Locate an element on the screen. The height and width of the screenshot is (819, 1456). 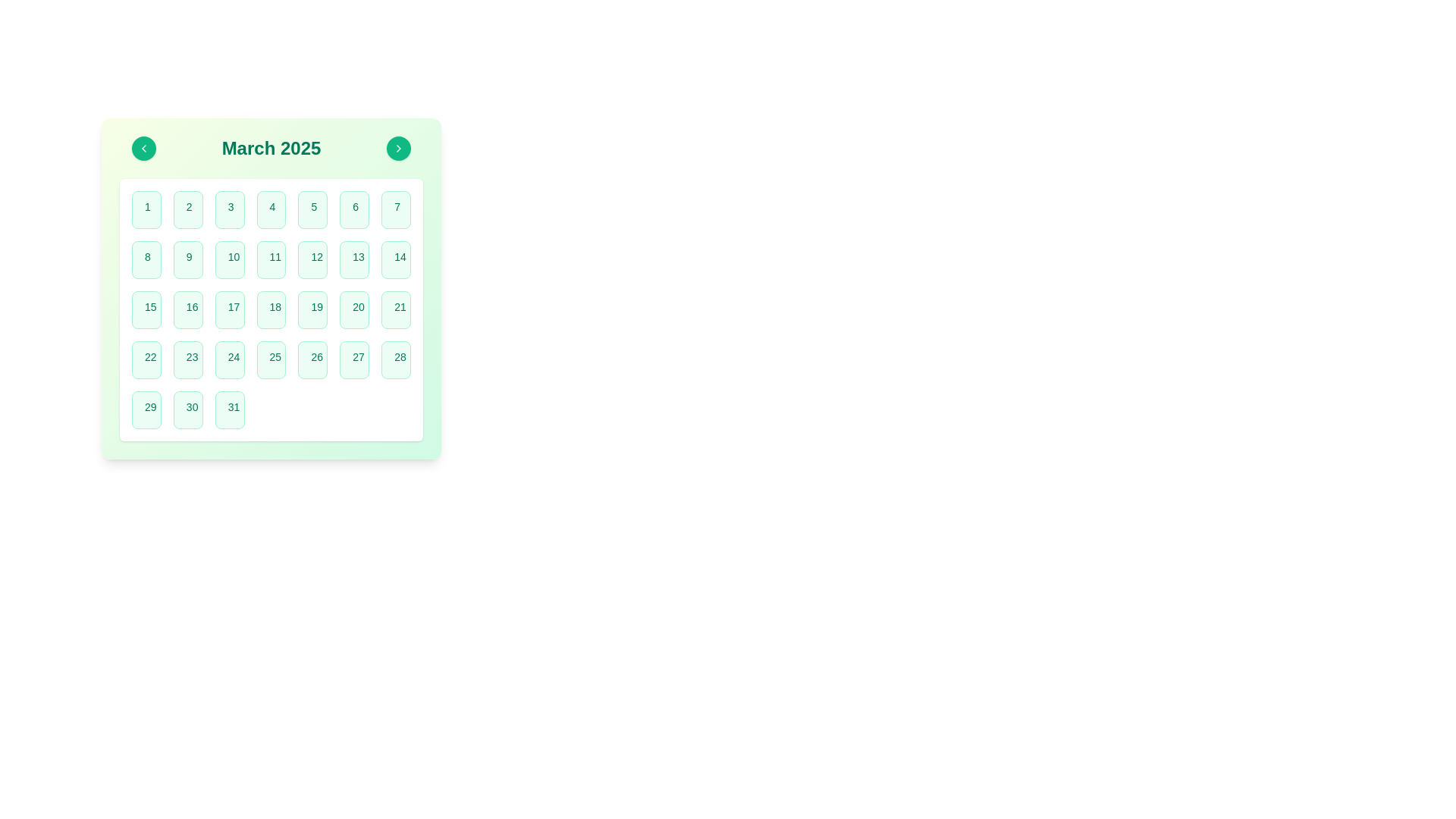
text '25' from the label in the fourth row and fifth column of the calendar grid for March 2025 is located at coordinates (275, 356).